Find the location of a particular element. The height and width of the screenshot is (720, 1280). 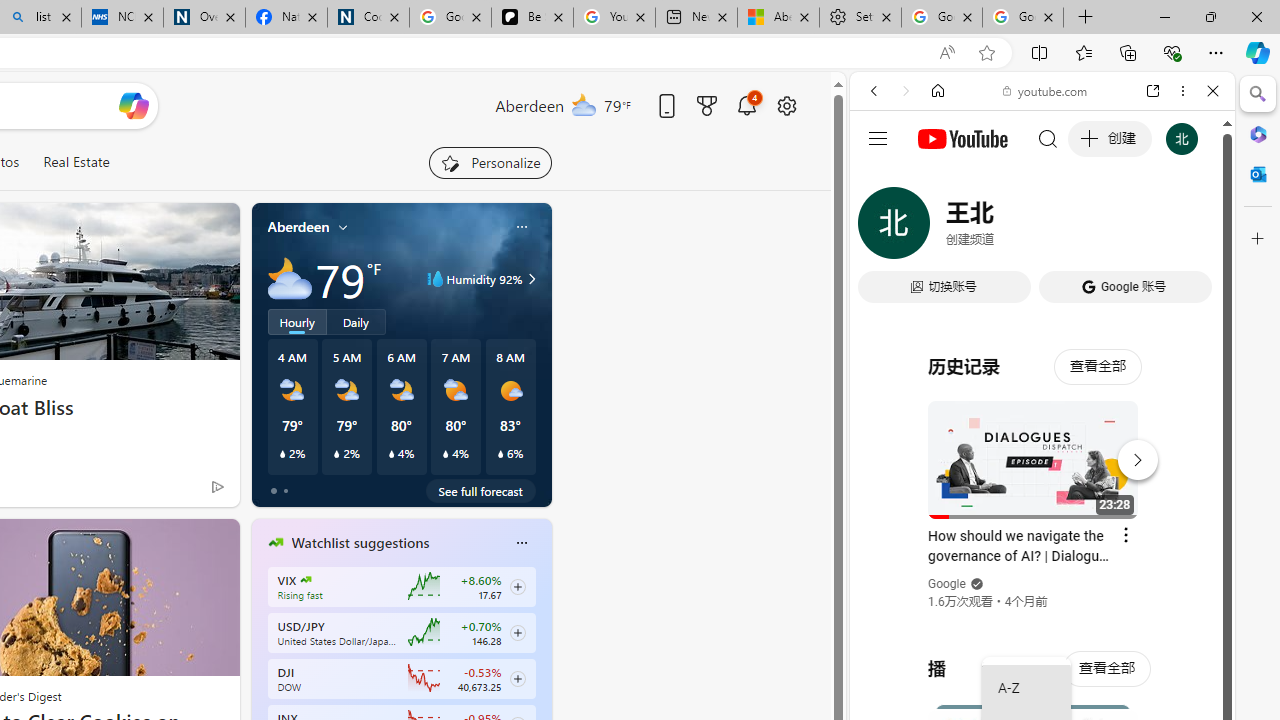

'#you' is located at coordinates (1041, 445).